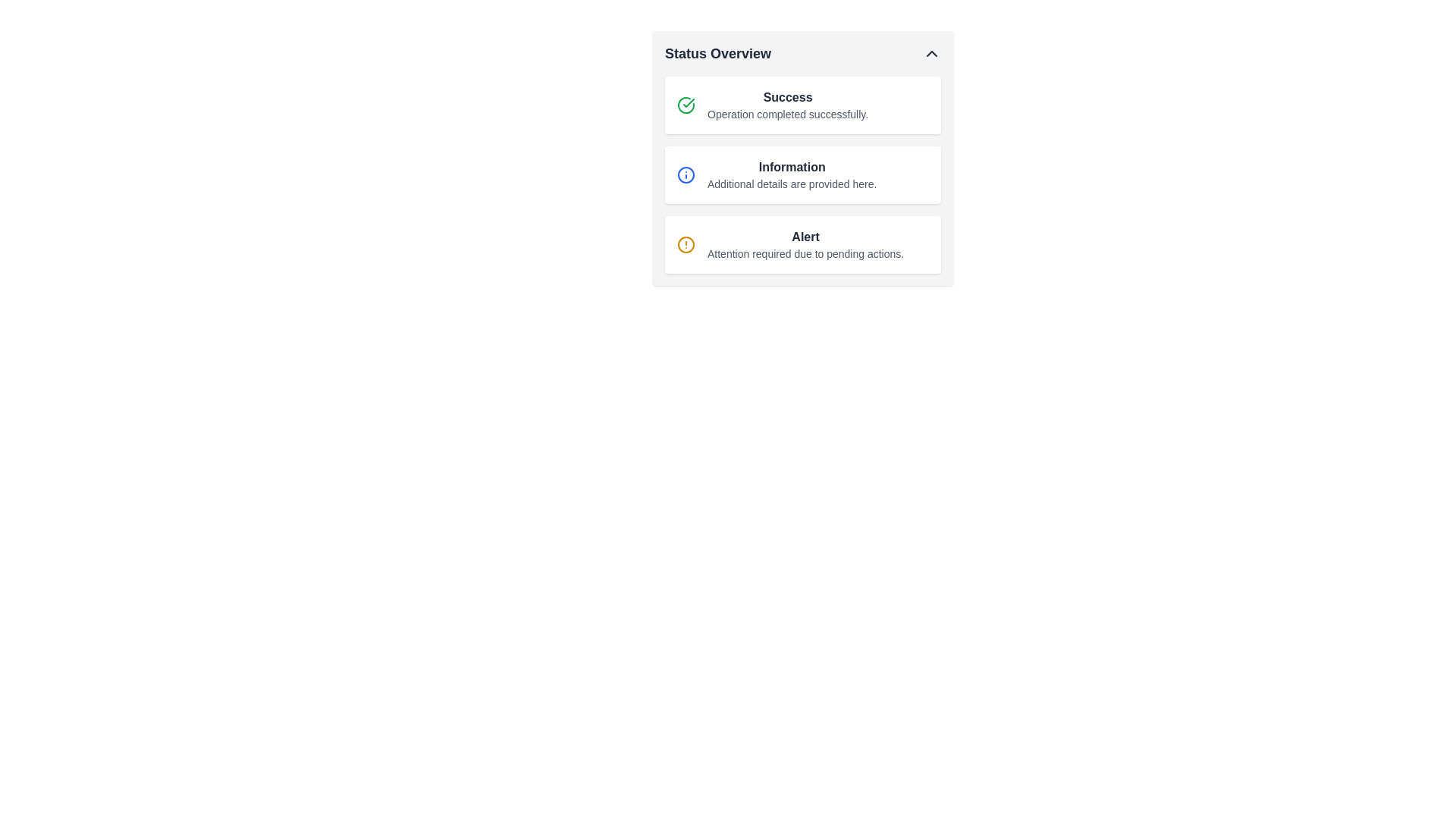 Image resolution: width=1456 pixels, height=819 pixels. What do you see at coordinates (802, 104) in the screenshot?
I see `notification message box that has a white background, rounded corners, and contains a green checkmark icon, with the title 'Success' and text 'Operation completed successfully.'` at bounding box center [802, 104].